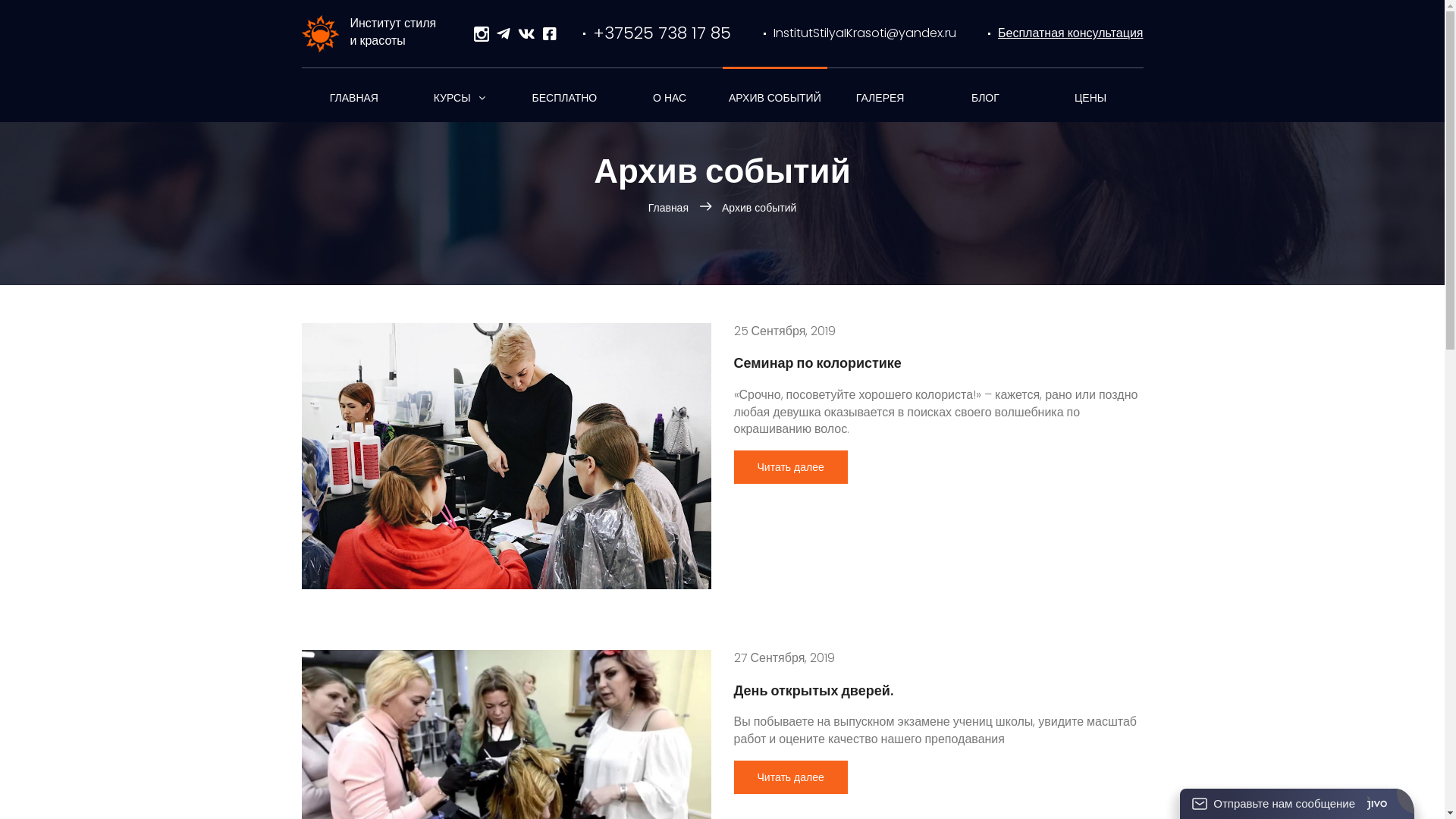 The image size is (1456, 819). I want to click on 'InstitutStilyaIKrasoti@yandex.ru', so click(859, 33).